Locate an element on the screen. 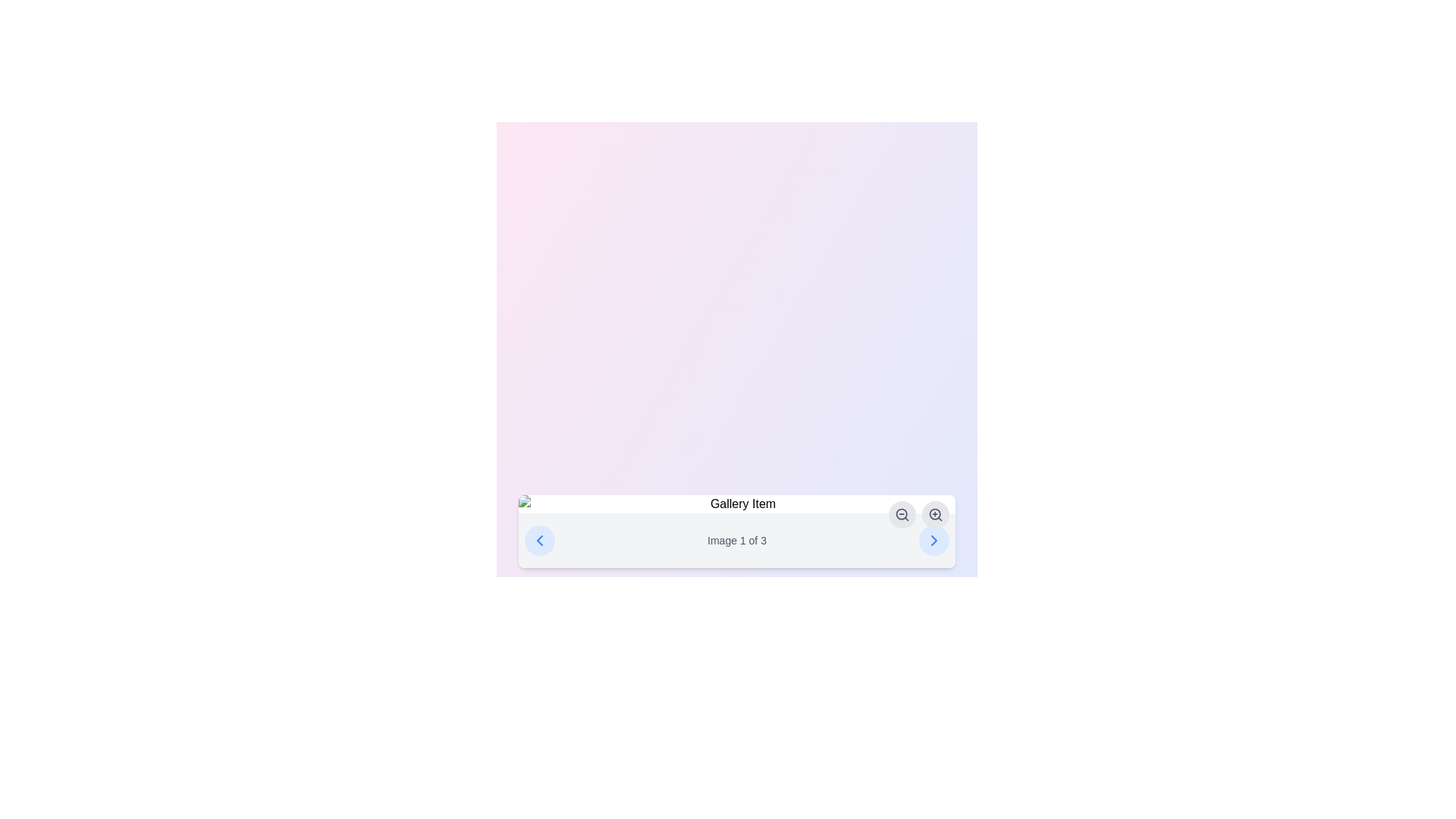 This screenshot has width=1456, height=819. the Zoom-in action icon located within the circular button in the bottom-right section of the interface is located at coordinates (934, 513).